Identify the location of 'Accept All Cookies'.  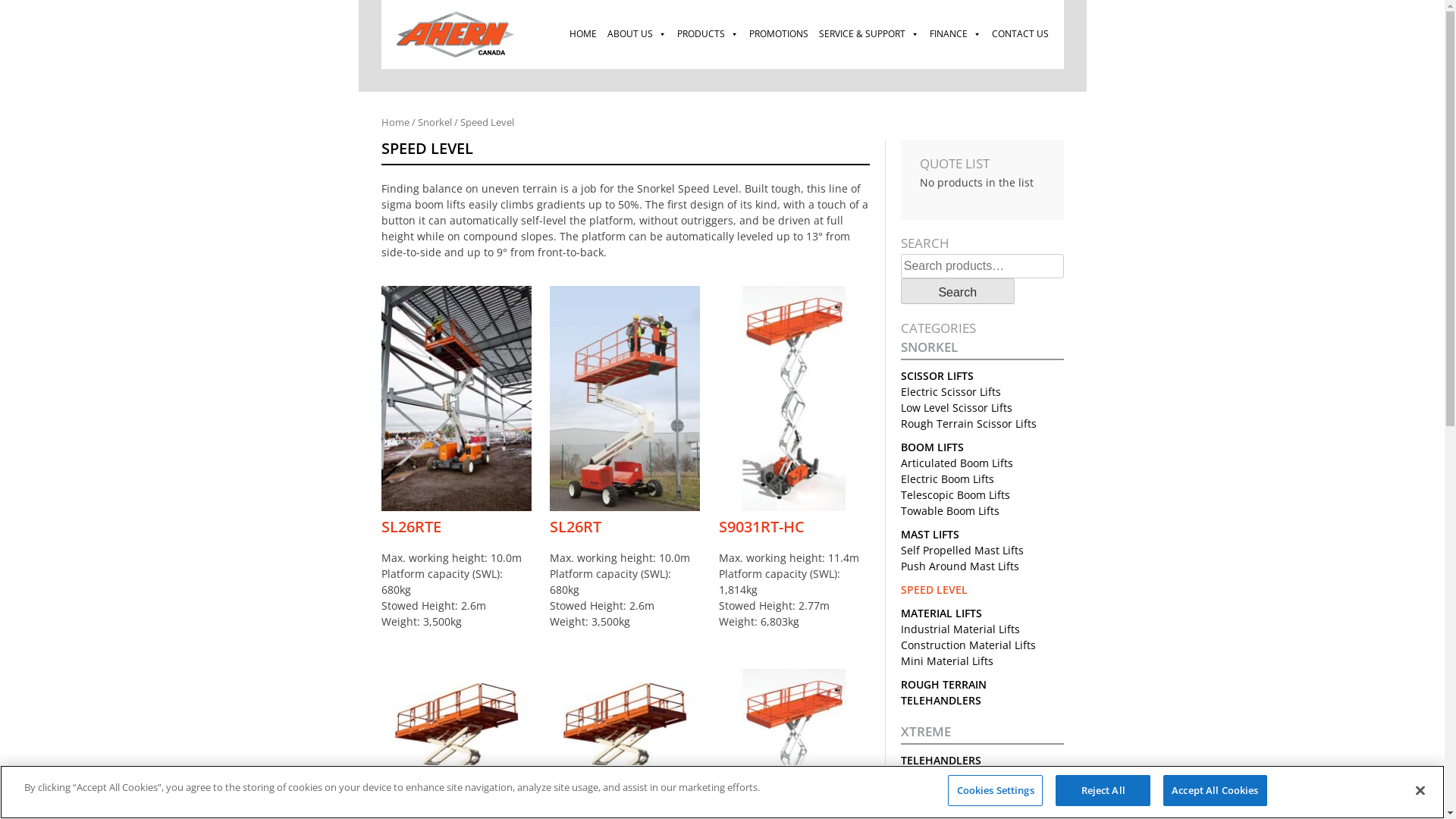
(1215, 789).